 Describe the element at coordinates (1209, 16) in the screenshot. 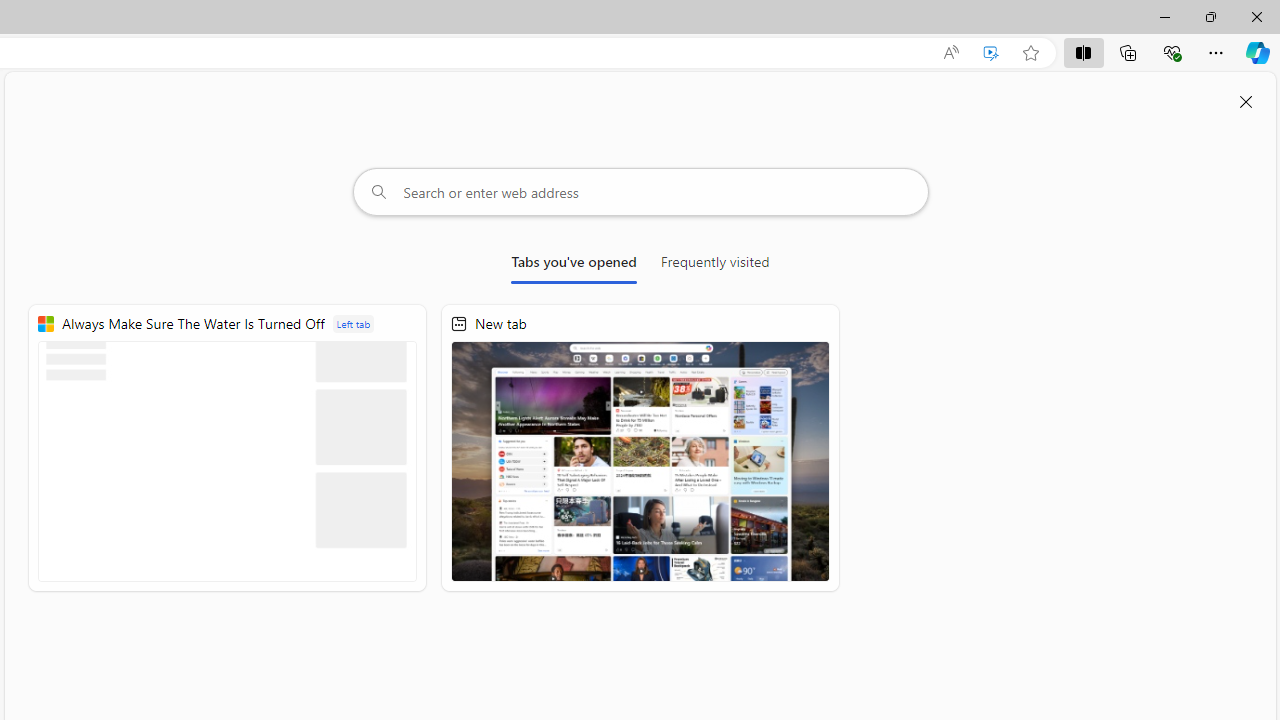

I see `'Restore'` at that location.